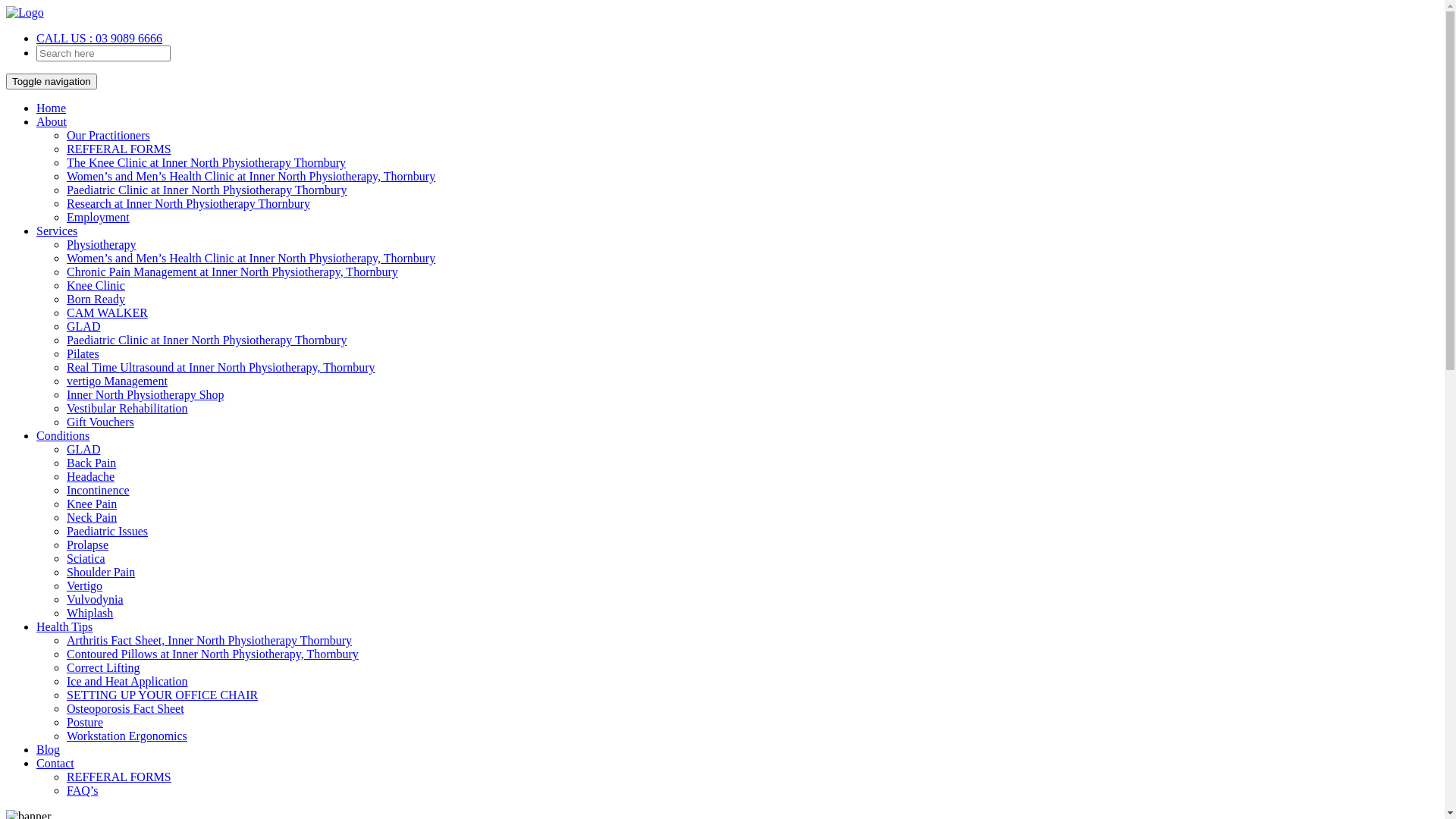 The height and width of the screenshot is (819, 1456). What do you see at coordinates (65, 708) in the screenshot?
I see `'Osteoporosis Fact Sheet'` at bounding box center [65, 708].